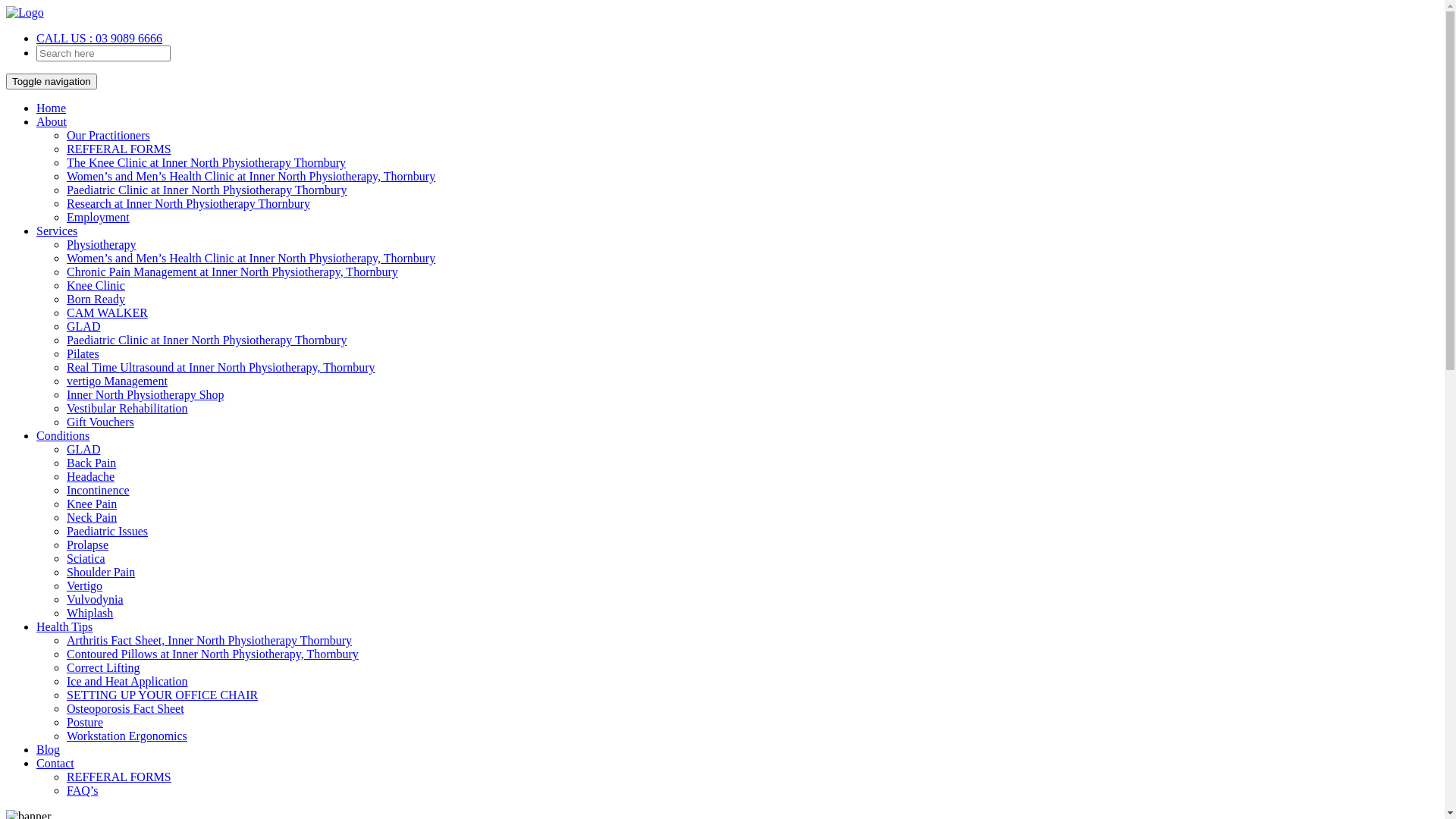 The height and width of the screenshot is (819, 1456). What do you see at coordinates (65, 708) in the screenshot?
I see `'Osteoporosis Fact Sheet'` at bounding box center [65, 708].